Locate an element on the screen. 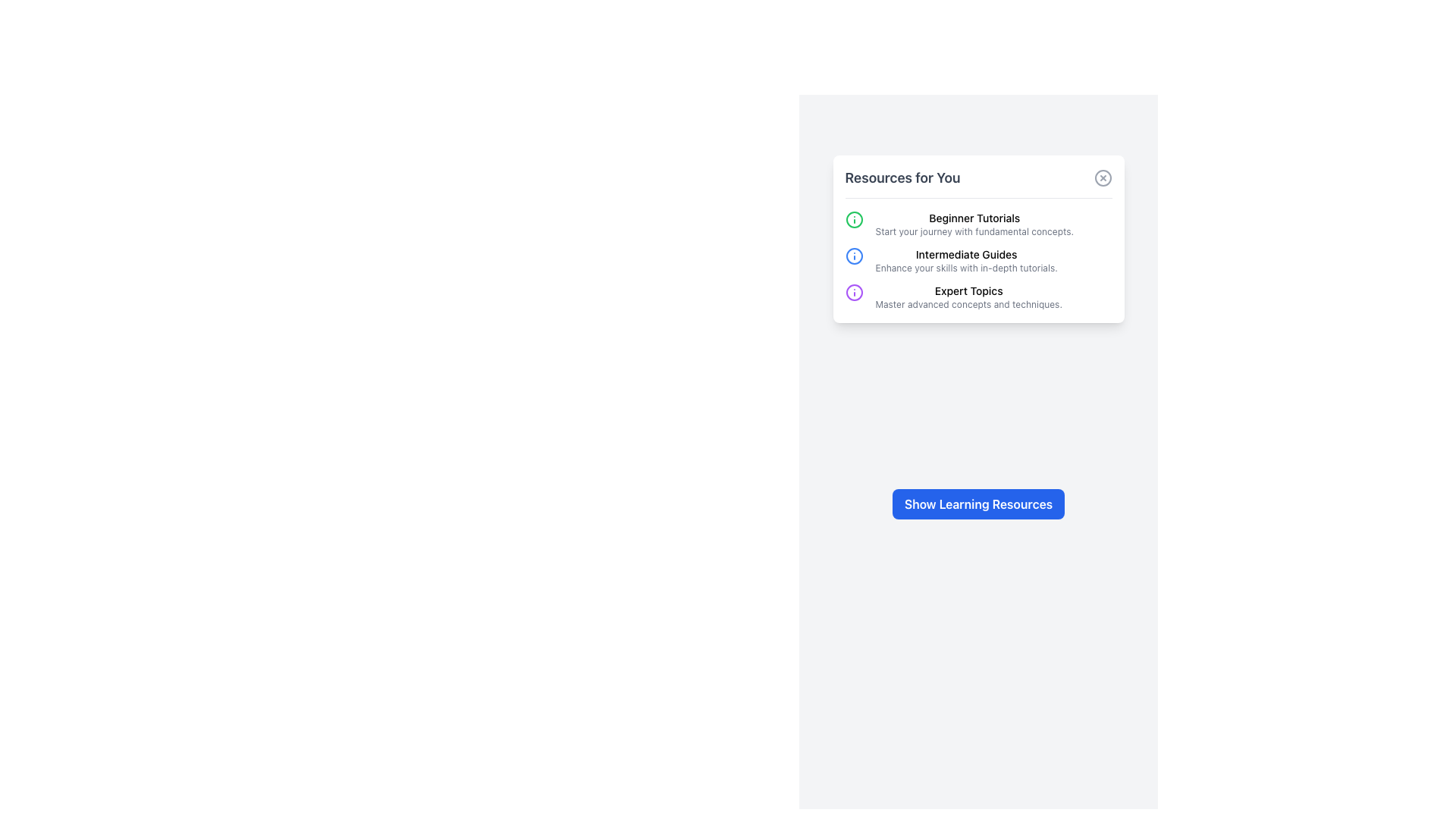 This screenshot has height=819, width=1456. the informational icon representing the 'Beginner Tutorials' category, which is the first item icon in the 'Resources for You' section is located at coordinates (854, 219).